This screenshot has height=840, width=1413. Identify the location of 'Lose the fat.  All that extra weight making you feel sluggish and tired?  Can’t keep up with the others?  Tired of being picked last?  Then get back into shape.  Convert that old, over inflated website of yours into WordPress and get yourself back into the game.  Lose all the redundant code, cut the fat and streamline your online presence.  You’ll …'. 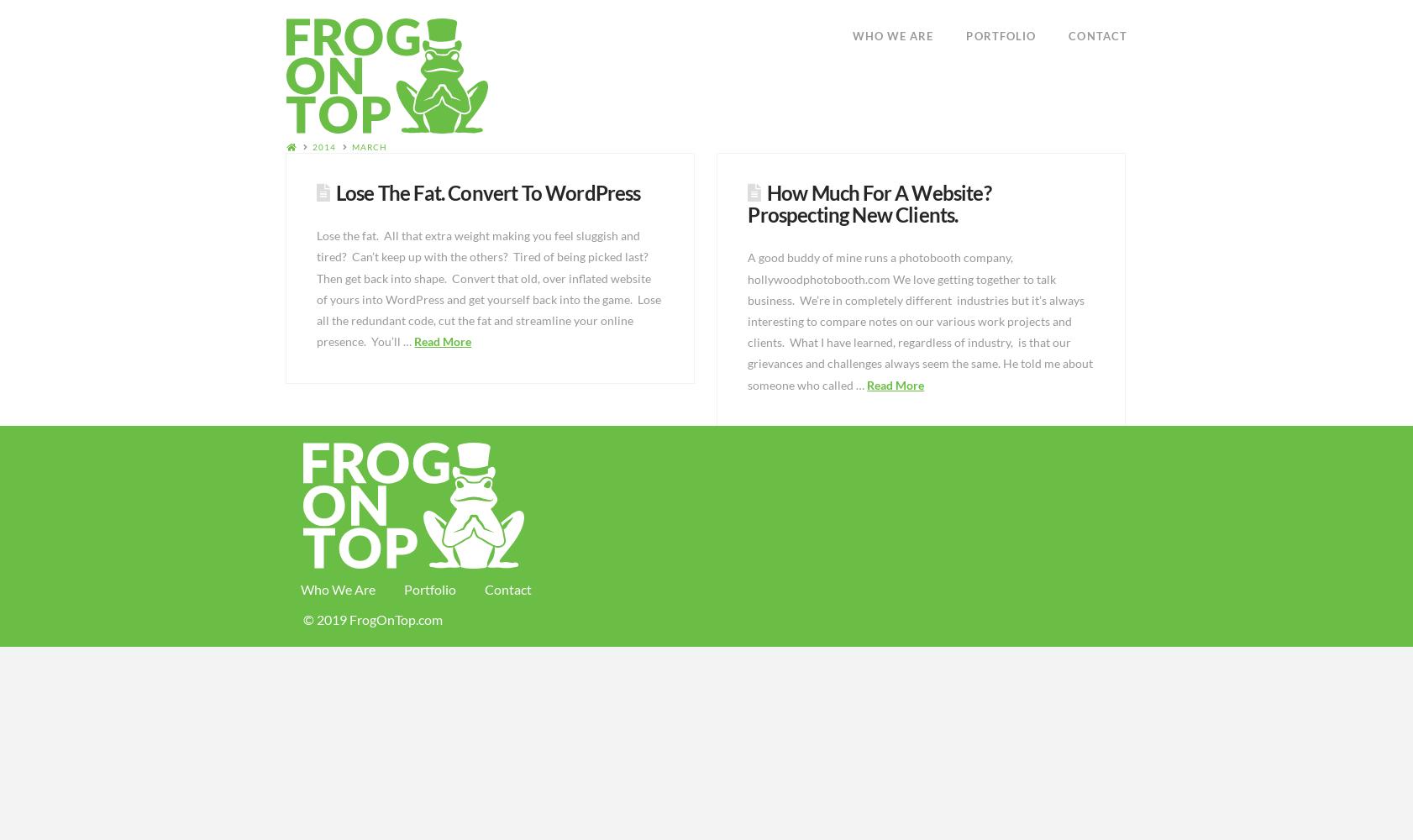
(488, 287).